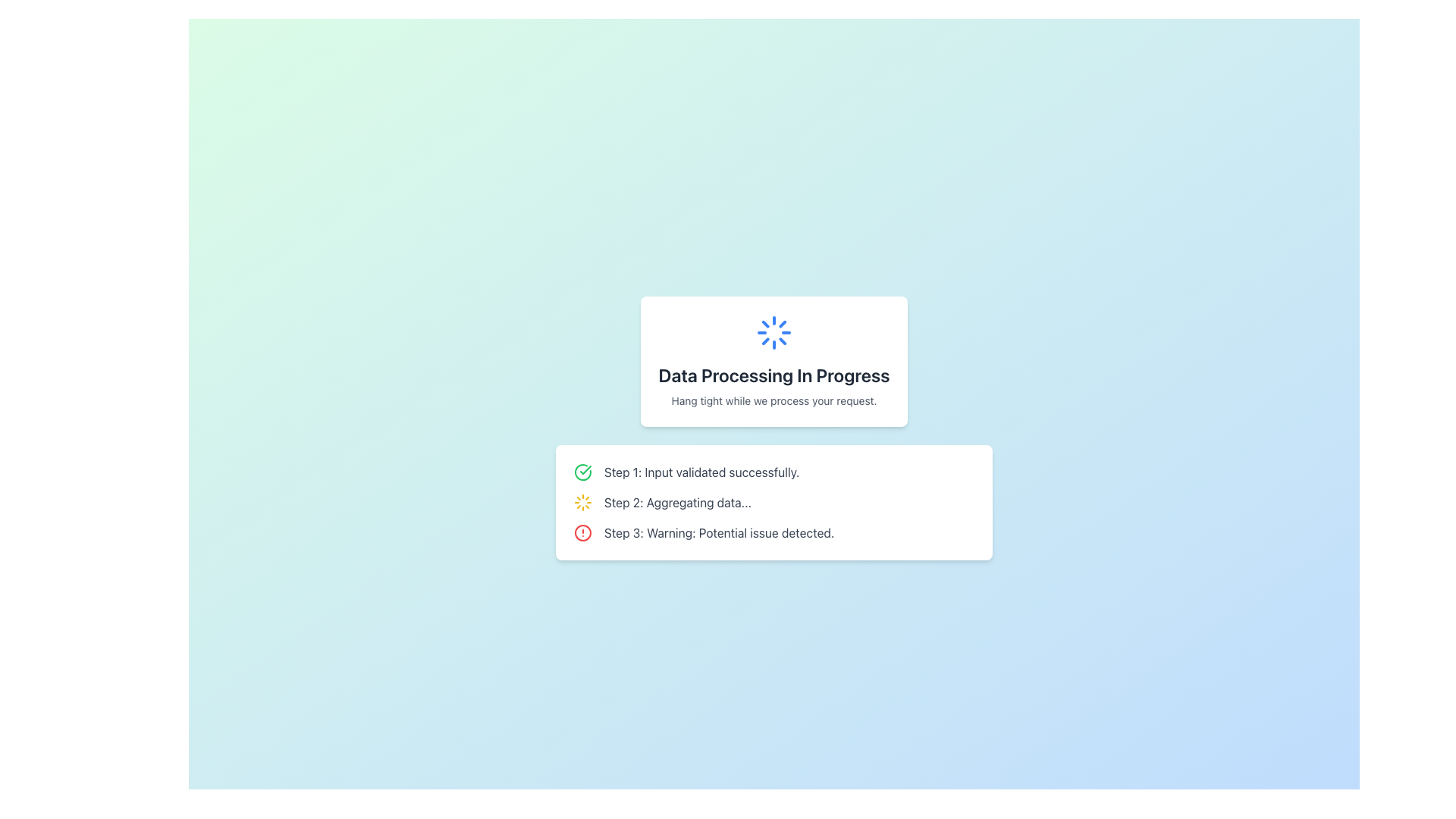 The width and height of the screenshot is (1456, 819). I want to click on the blue circular loading spinner icon located at the center of the white card above the text 'Data Processing In Progress', so click(774, 332).